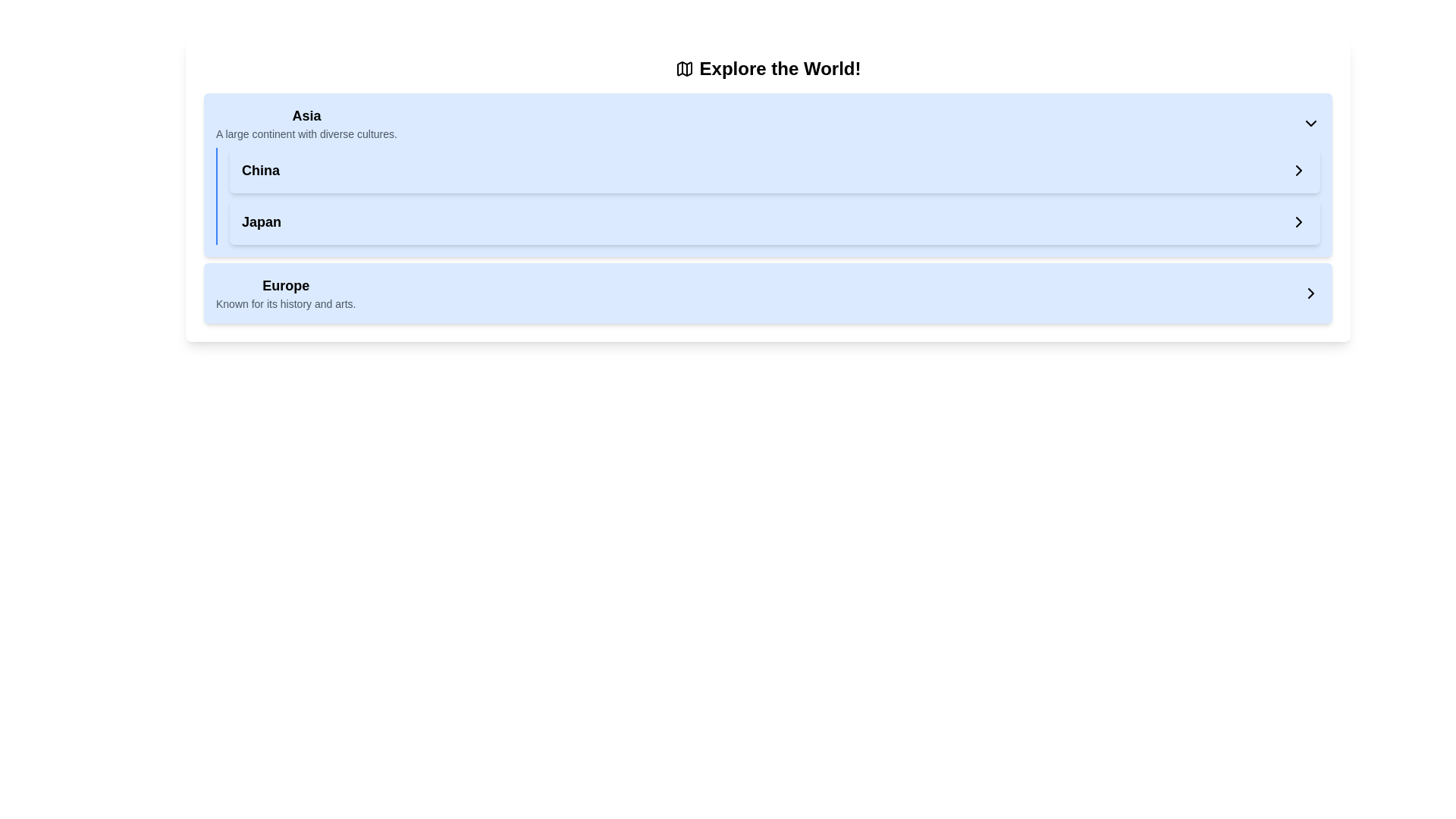 The height and width of the screenshot is (819, 1456). Describe the element at coordinates (767, 69) in the screenshot. I see `the Text Header with Icon that serves as the title for the content below, indicating exploration and world regions` at that location.